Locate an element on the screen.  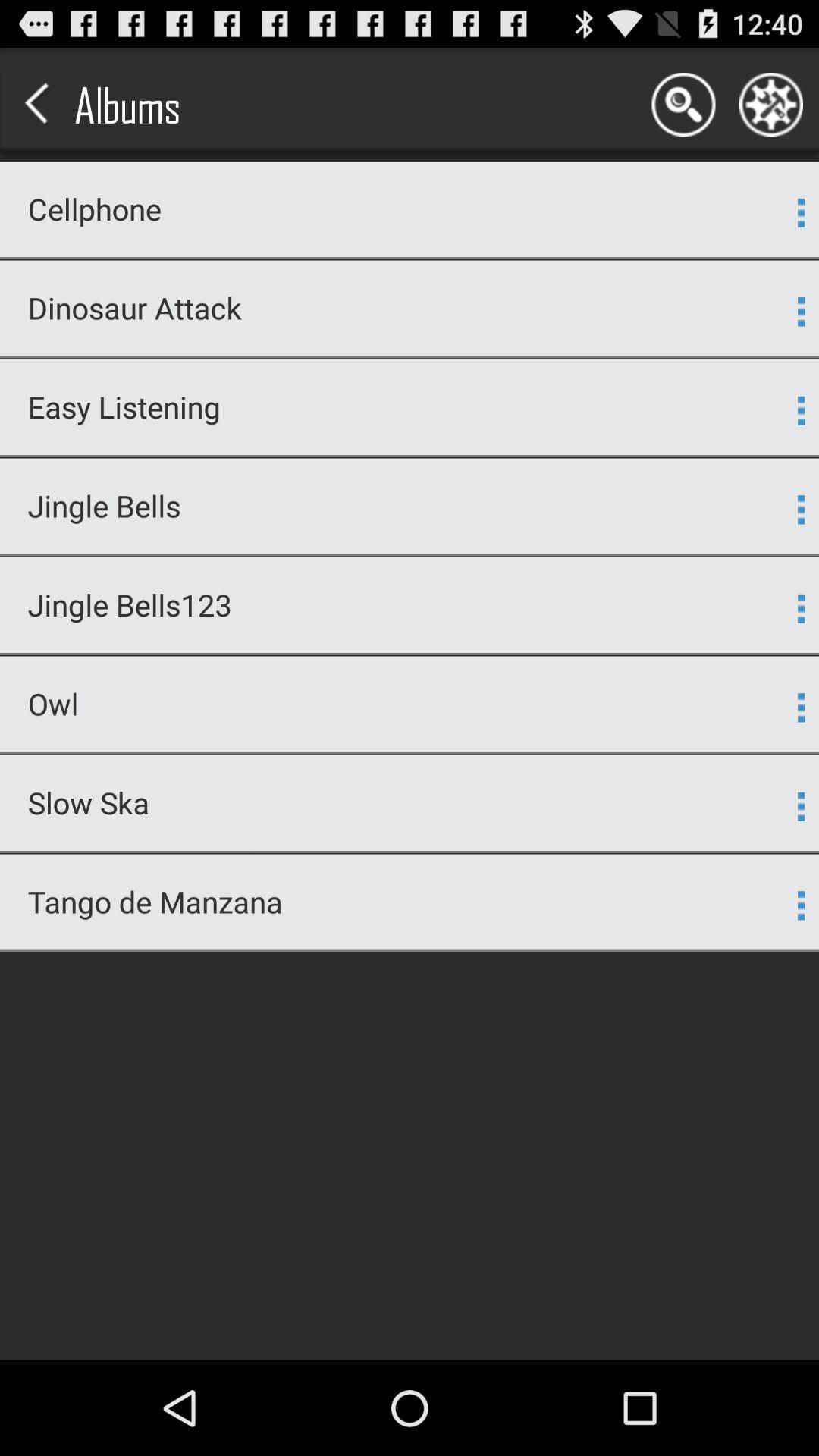
app next to slow ska is located at coordinates (800, 805).